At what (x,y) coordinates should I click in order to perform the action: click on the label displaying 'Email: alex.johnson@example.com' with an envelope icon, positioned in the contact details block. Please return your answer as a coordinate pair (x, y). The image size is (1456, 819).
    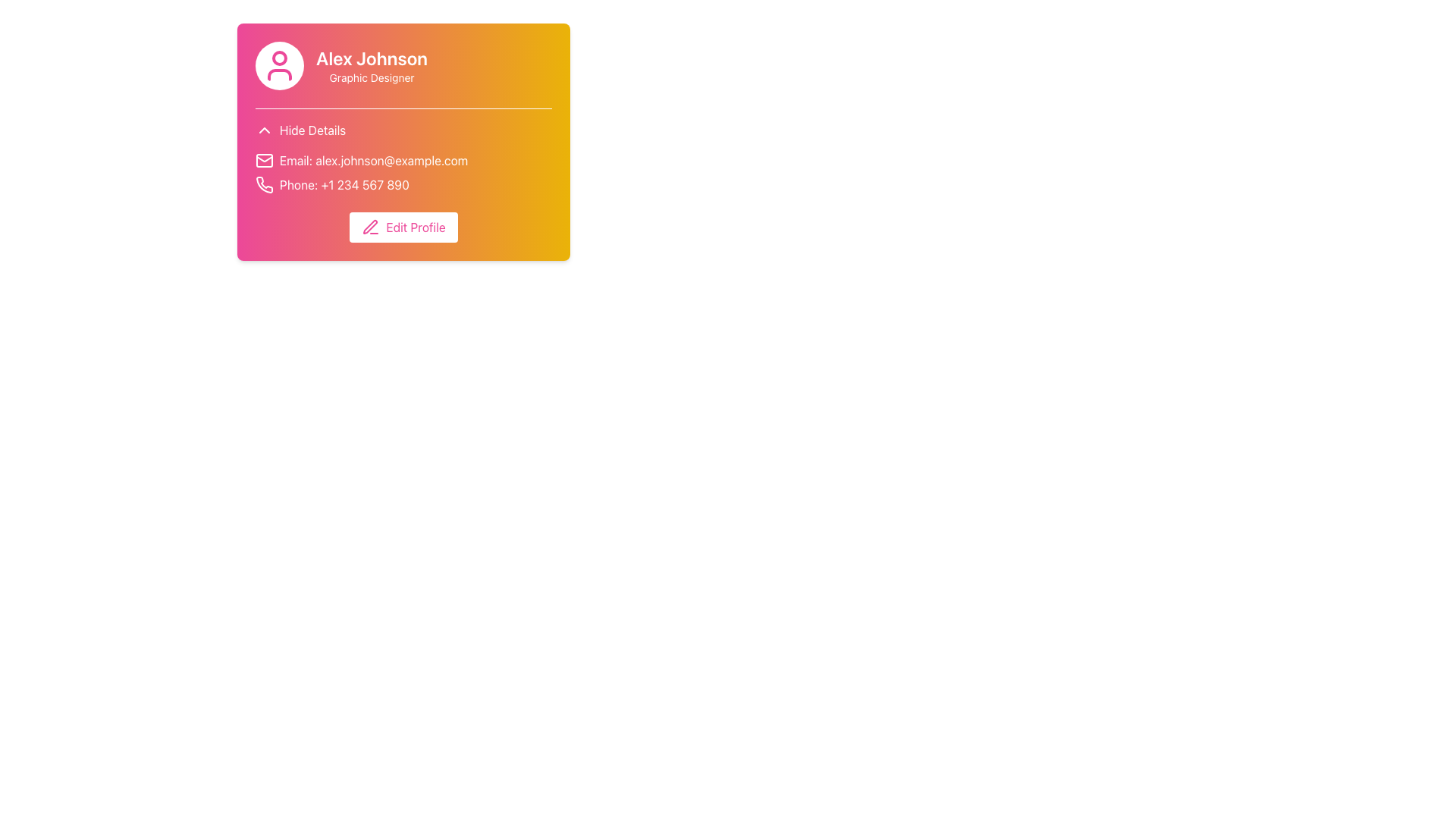
    Looking at the image, I should click on (403, 161).